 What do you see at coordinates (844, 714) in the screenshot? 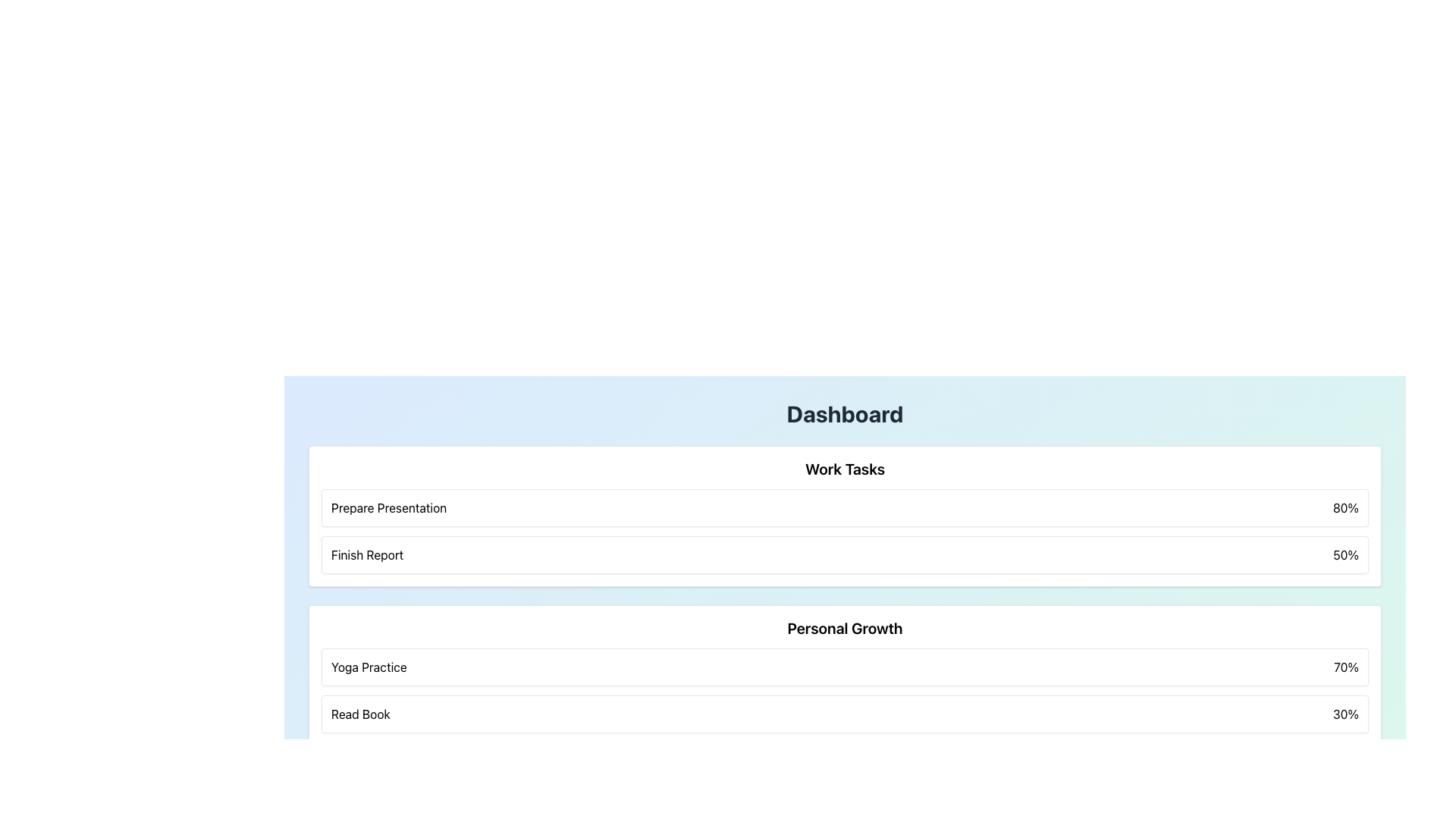
I see `information displayed in the progress item of the 'Personal Growth' section, which indicates the completion percentage of the 'Yoga Practice' activity` at bounding box center [844, 714].